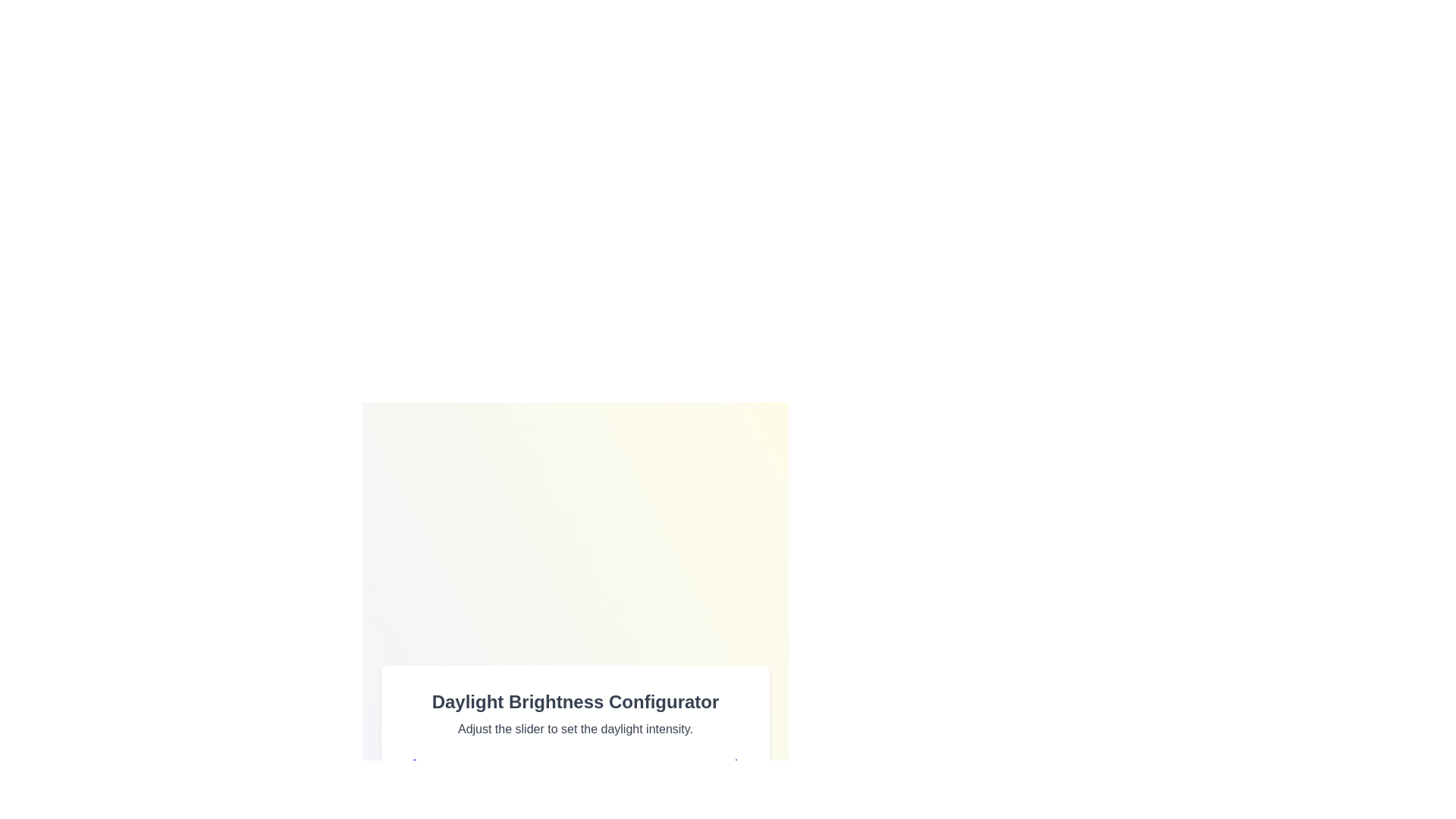 This screenshot has width=1456, height=819. Describe the element at coordinates (736, 767) in the screenshot. I see `the sunset icon to emphasize it visually` at that location.